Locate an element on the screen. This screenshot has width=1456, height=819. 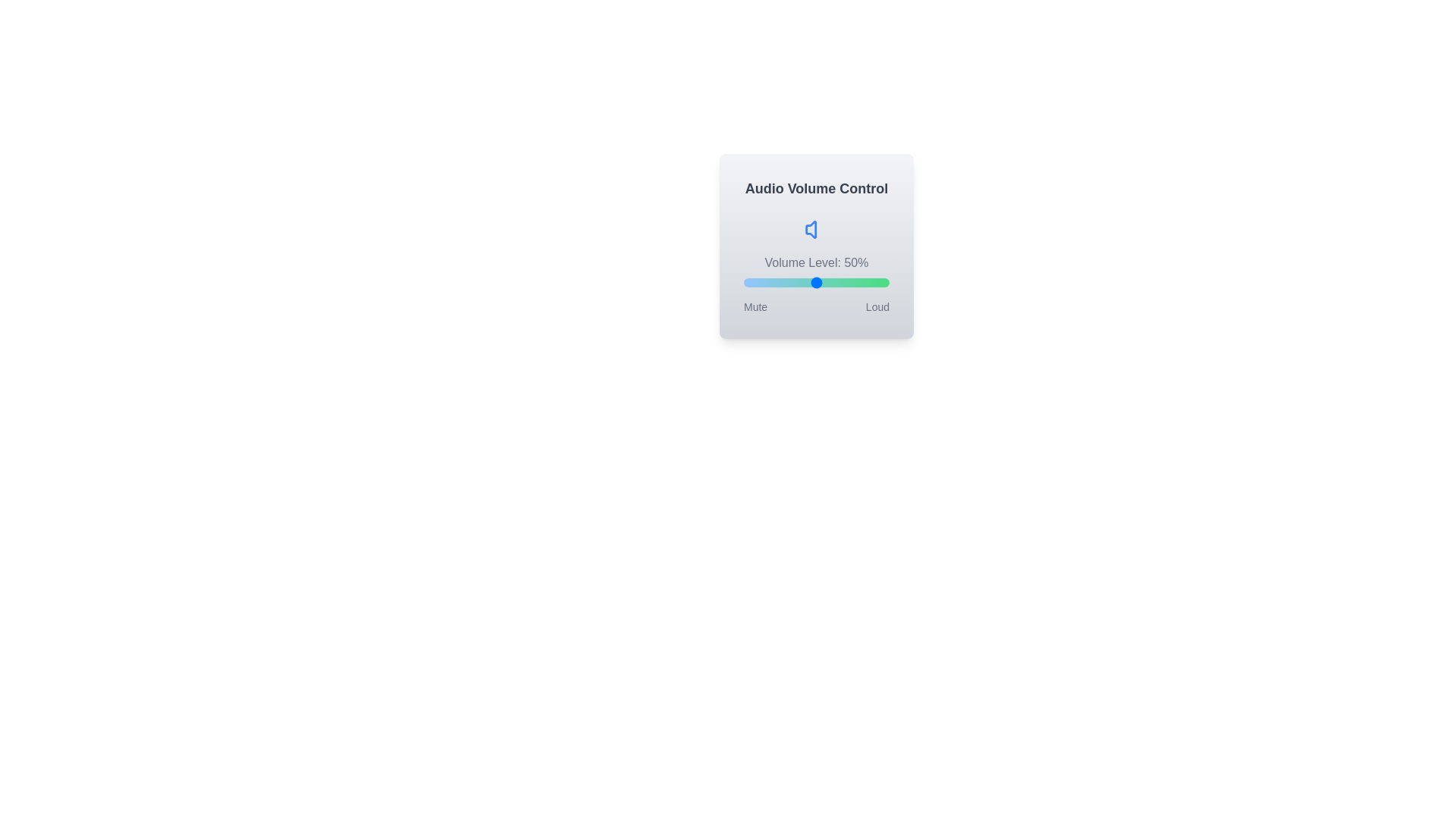
the volume slider to set the volume to 90% is located at coordinates (874, 283).